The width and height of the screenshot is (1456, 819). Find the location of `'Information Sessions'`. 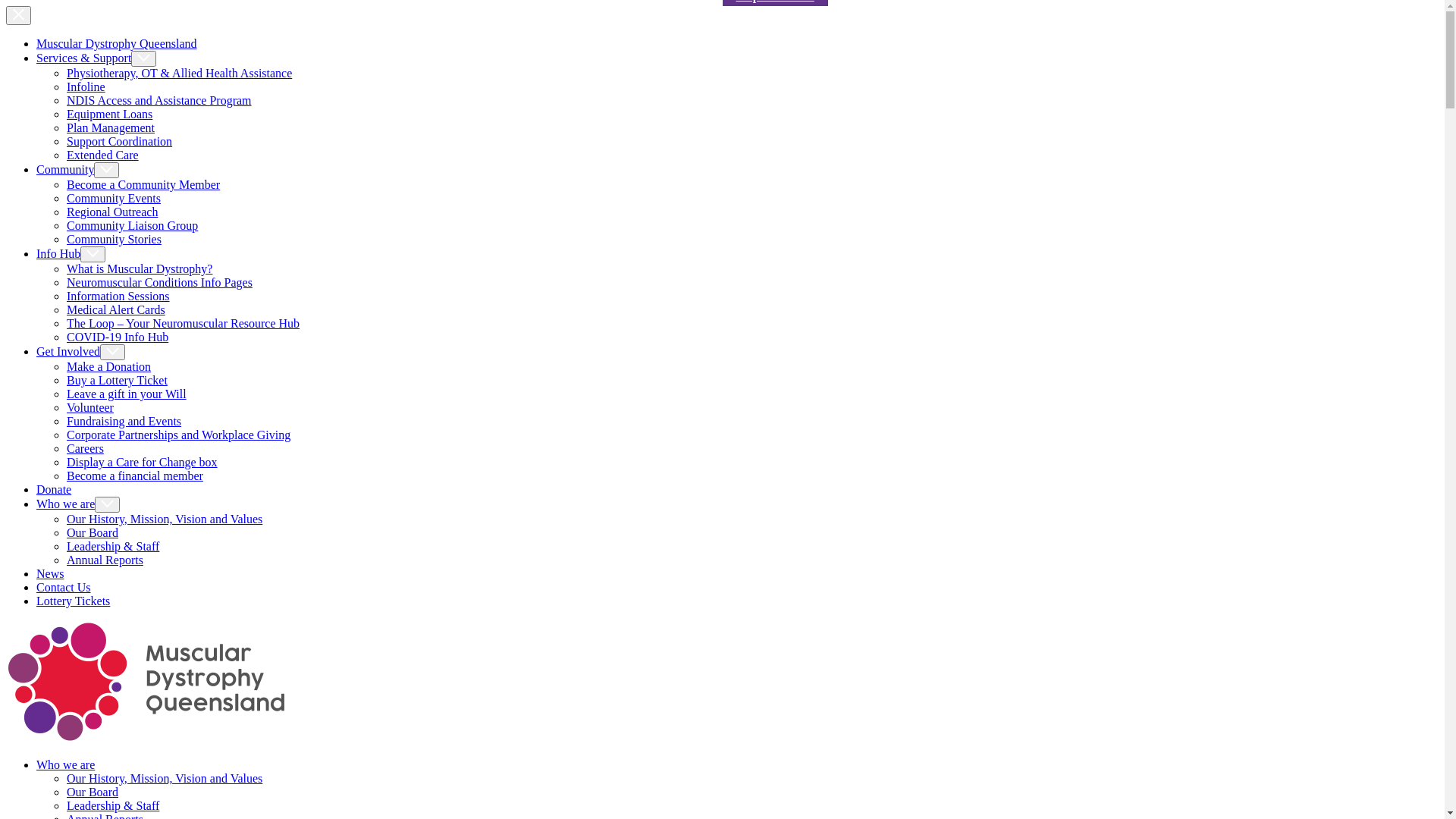

'Information Sessions' is located at coordinates (118, 296).